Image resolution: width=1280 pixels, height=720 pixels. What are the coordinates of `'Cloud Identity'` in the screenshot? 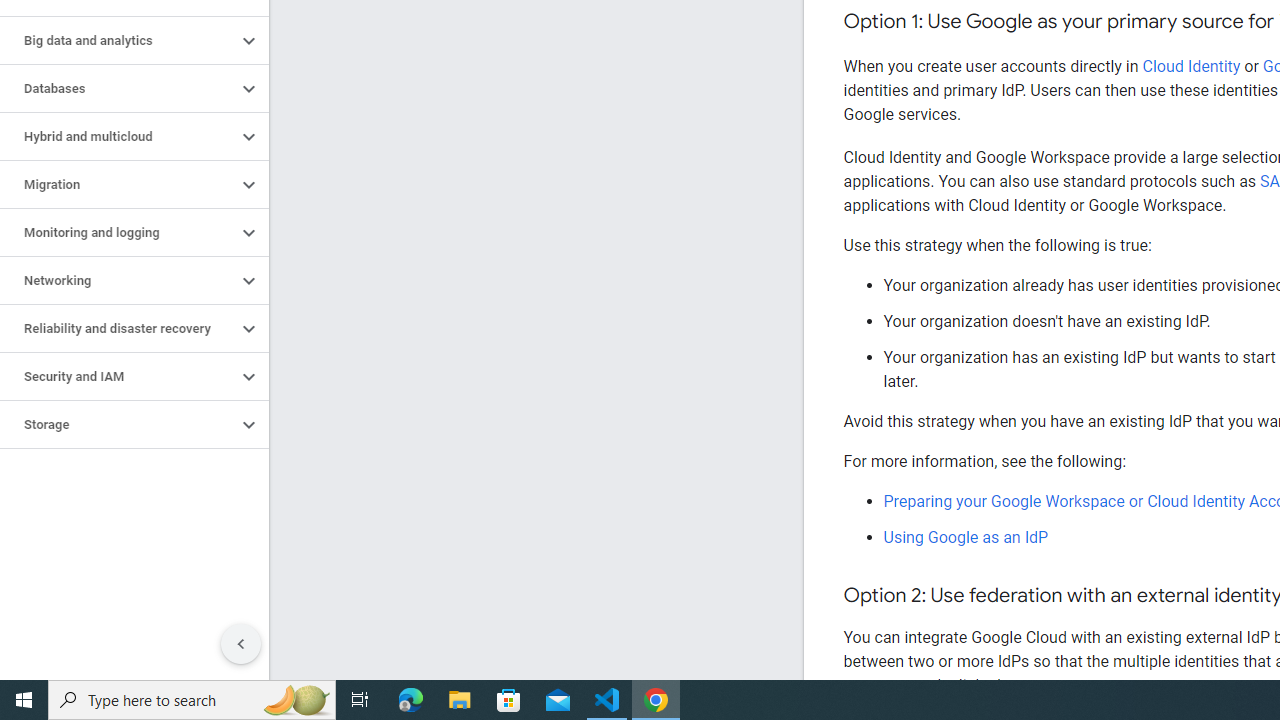 It's located at (1191, 65).